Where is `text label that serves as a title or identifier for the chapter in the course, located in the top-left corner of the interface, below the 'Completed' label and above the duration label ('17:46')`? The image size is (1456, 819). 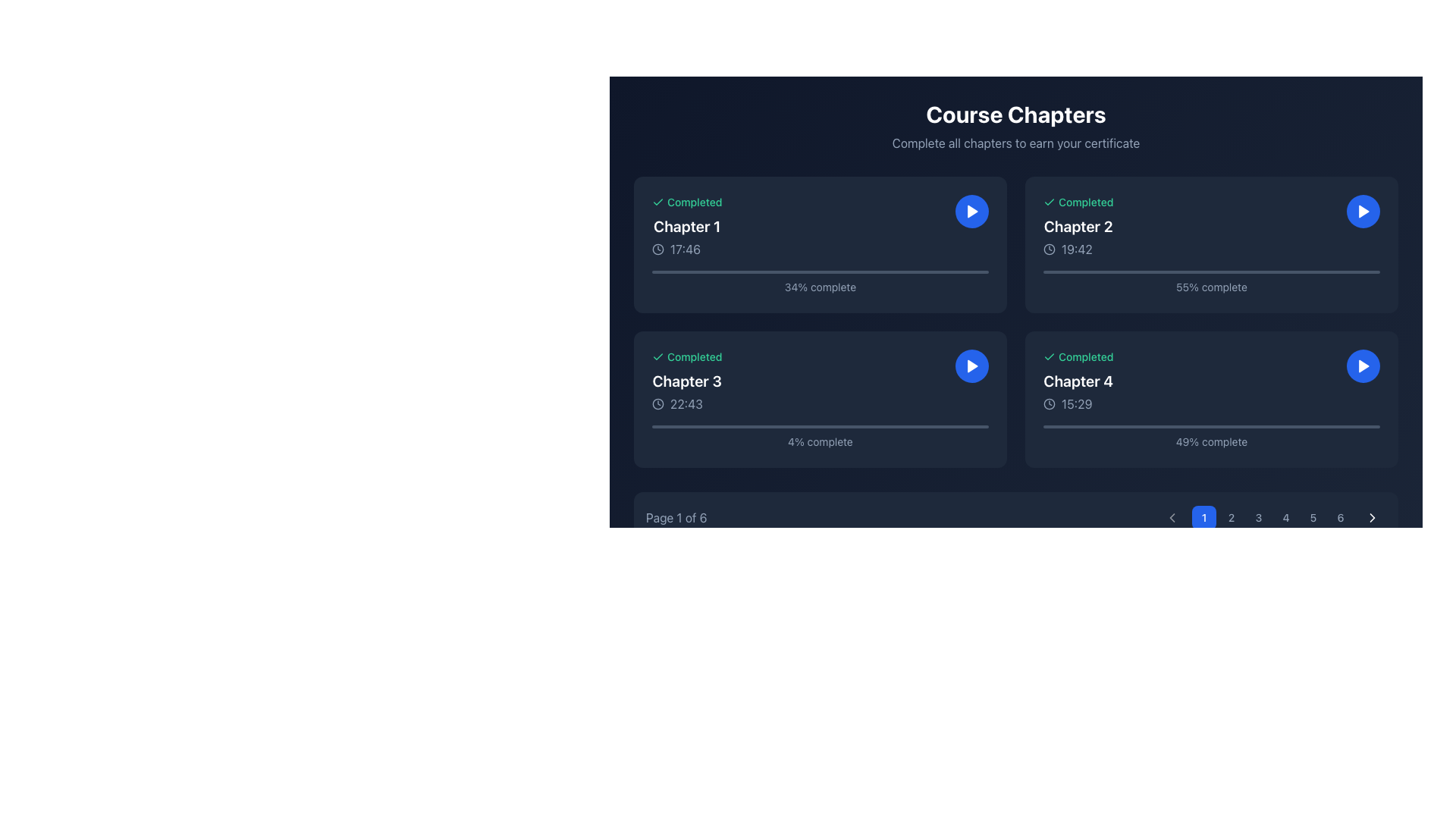
text label that serves as a title or identifier for the chapter in the course, located in the top-left corner of the interface, below the 'Completed' label and above the duration label ('17:46') is located at coordinates (686, 227).